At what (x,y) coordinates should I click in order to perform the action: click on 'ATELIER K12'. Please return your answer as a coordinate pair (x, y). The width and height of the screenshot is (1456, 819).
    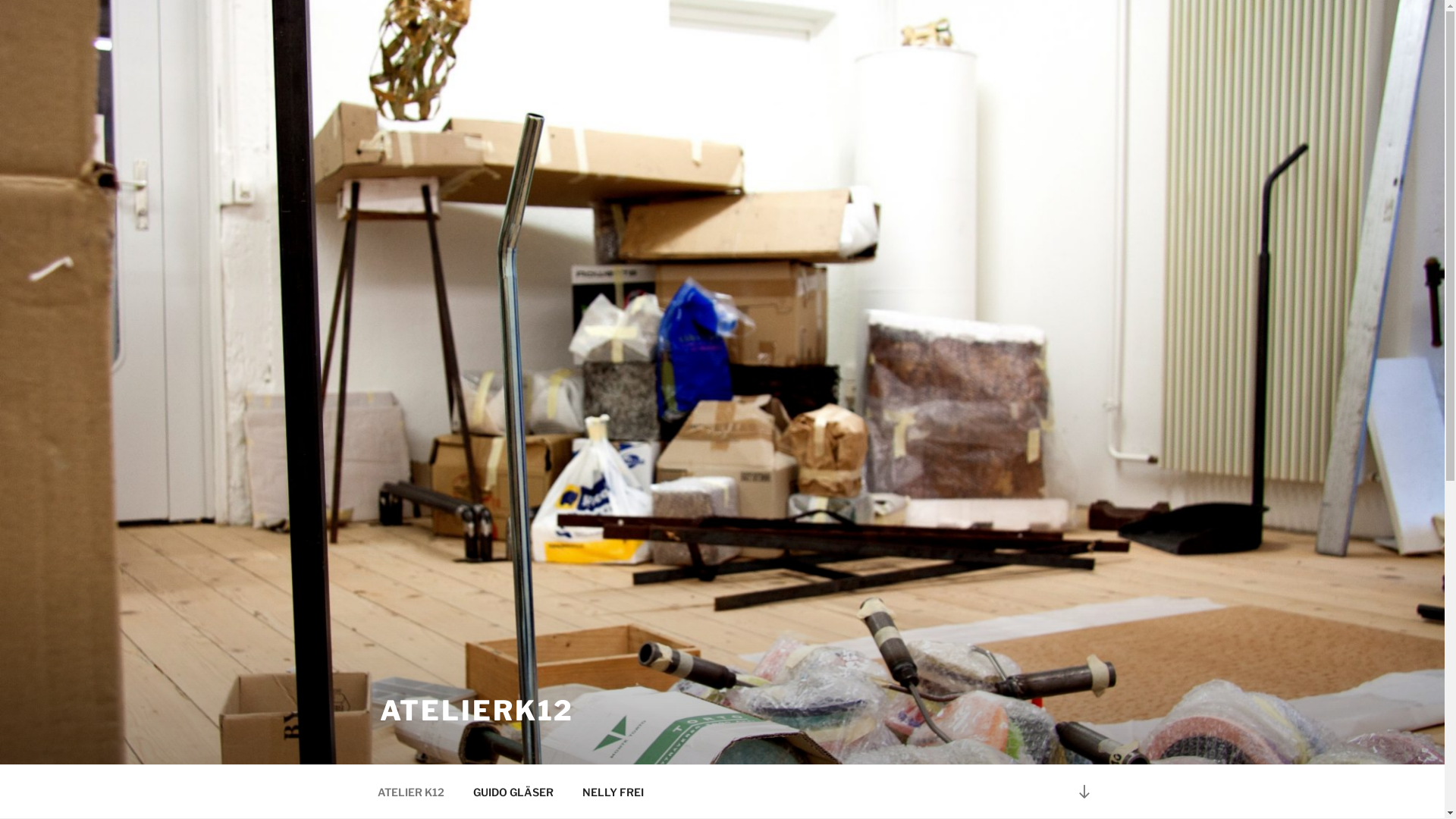
    Looking at the image, I should click on (410, 791).